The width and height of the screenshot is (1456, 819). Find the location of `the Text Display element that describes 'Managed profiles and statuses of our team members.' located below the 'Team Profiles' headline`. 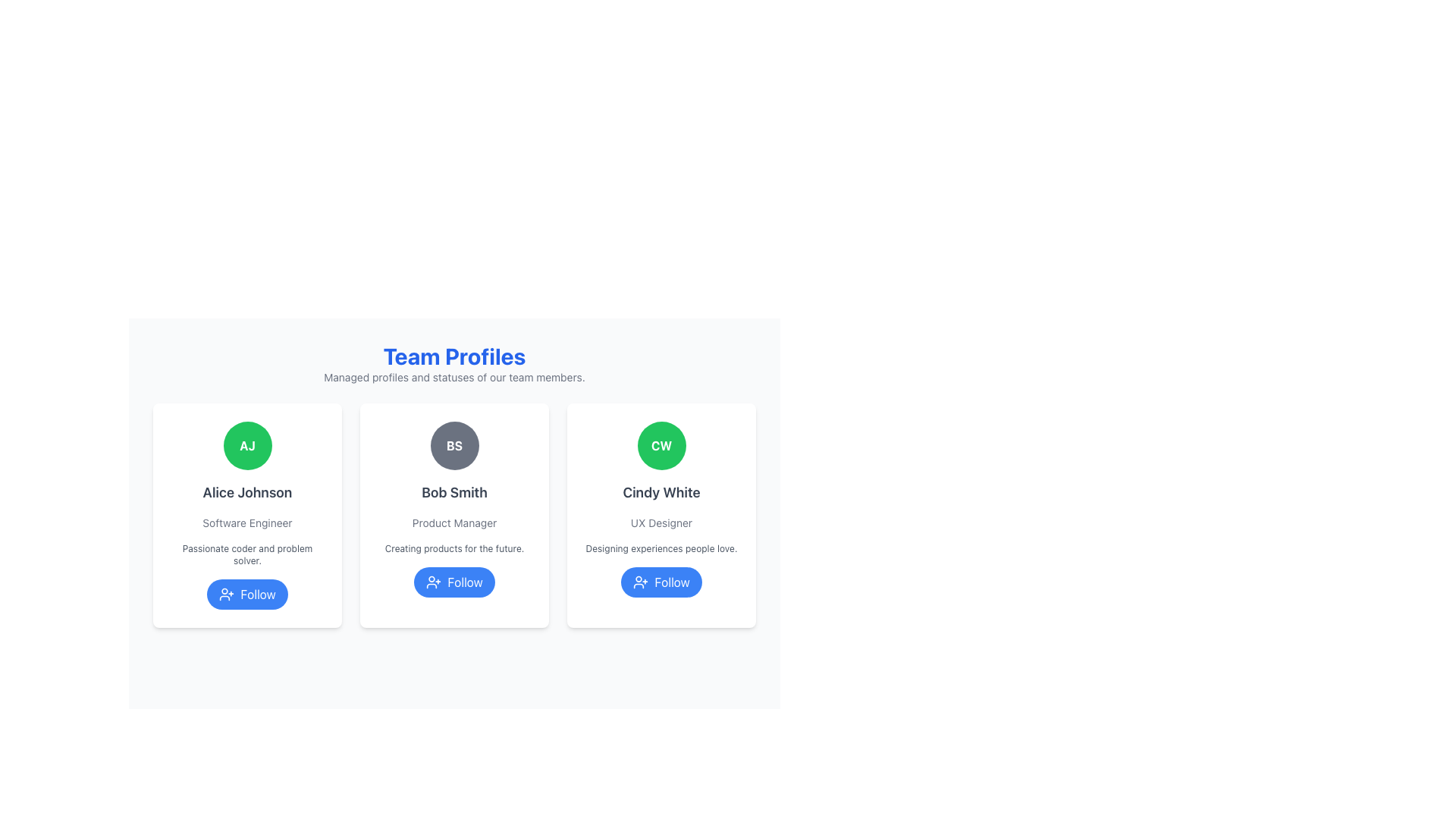

the Text Display element that describes 'Managed profiles and statuses of our team members.' located below the 'Team Profiles' headline is located at coordinates (453, 376).